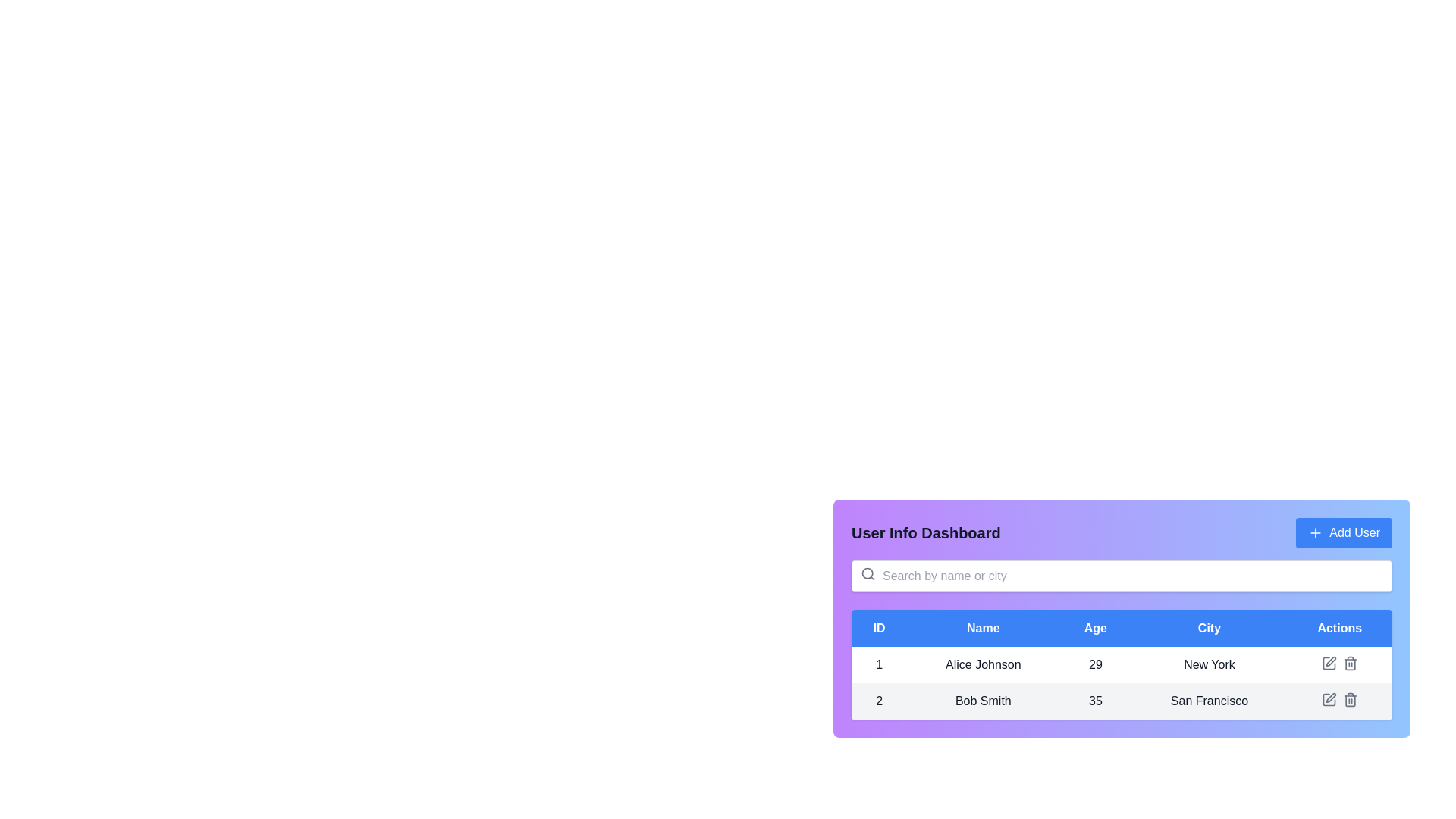 Image resolution: width=1456 pixels, height=819 pixels. I want to click on the editable pencil icon button located in the 'Actions' column of the second row for 'Bob Smith' to initiate editing the row contents, so click(1328, 699).